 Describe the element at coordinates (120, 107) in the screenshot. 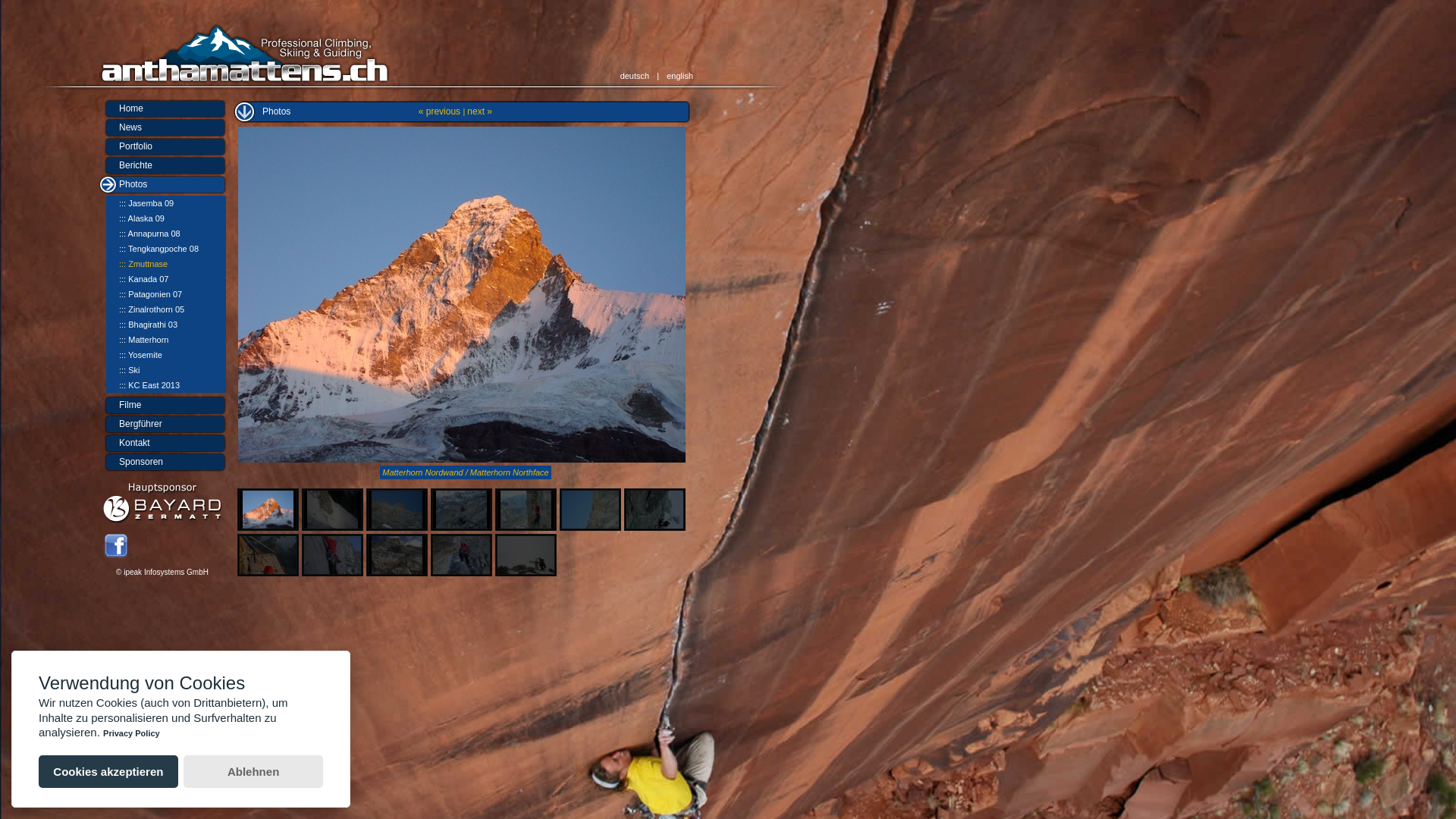

I see `'Home'` at that location.